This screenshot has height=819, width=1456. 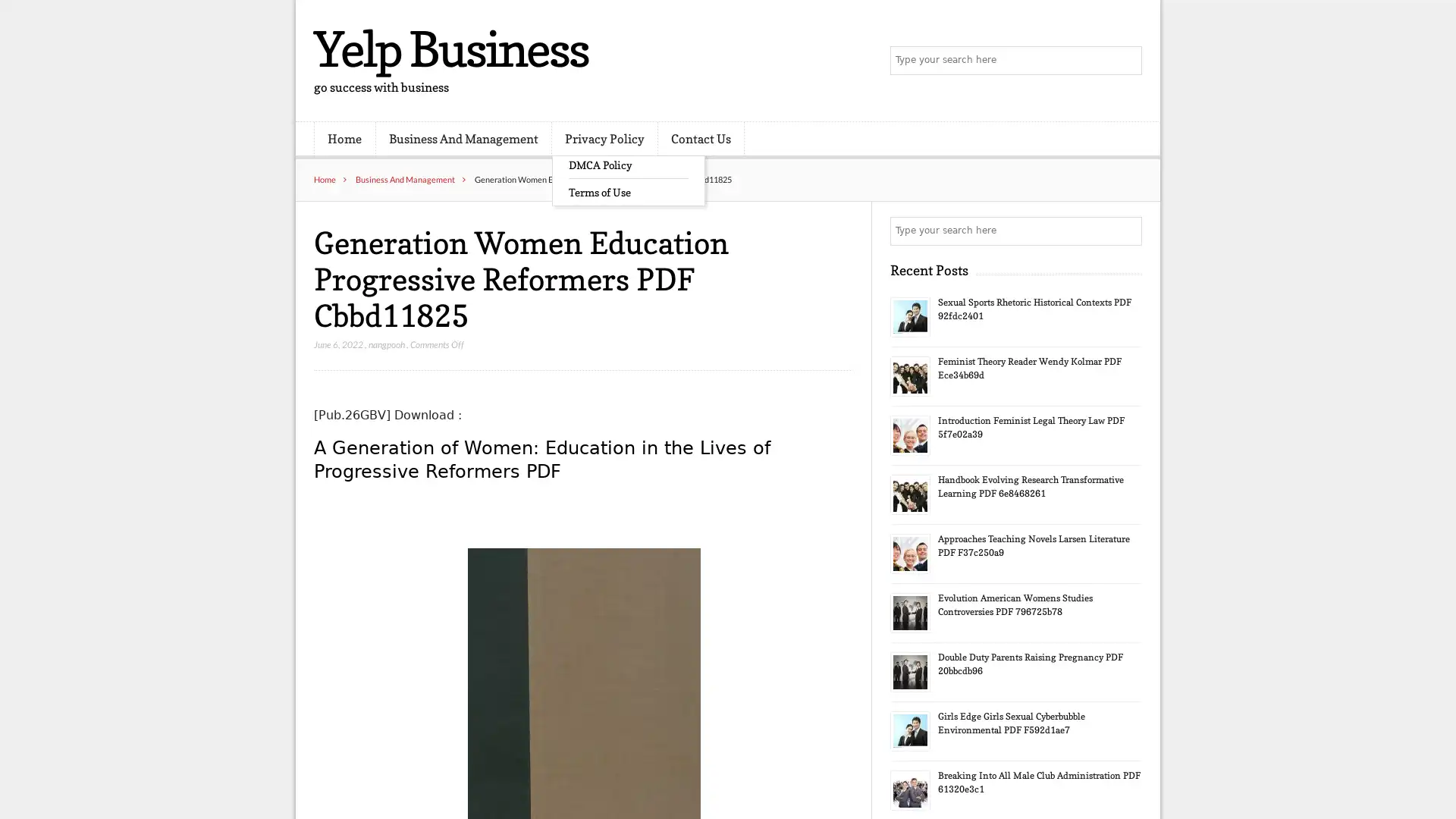 What do you see at coordinates (1126, 231) in the screenshot?
I see `Search` at bounding box center [1126, 231].